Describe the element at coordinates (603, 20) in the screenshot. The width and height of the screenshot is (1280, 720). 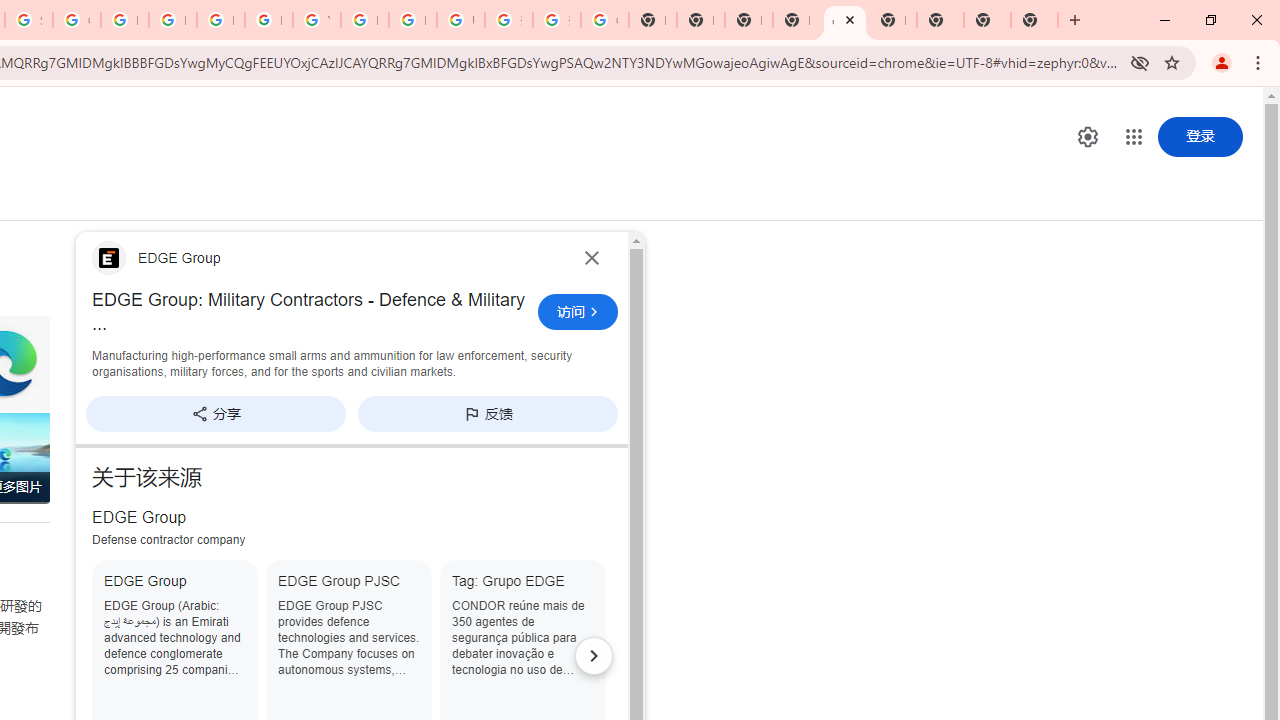
I see `'Google Images'` at that location.